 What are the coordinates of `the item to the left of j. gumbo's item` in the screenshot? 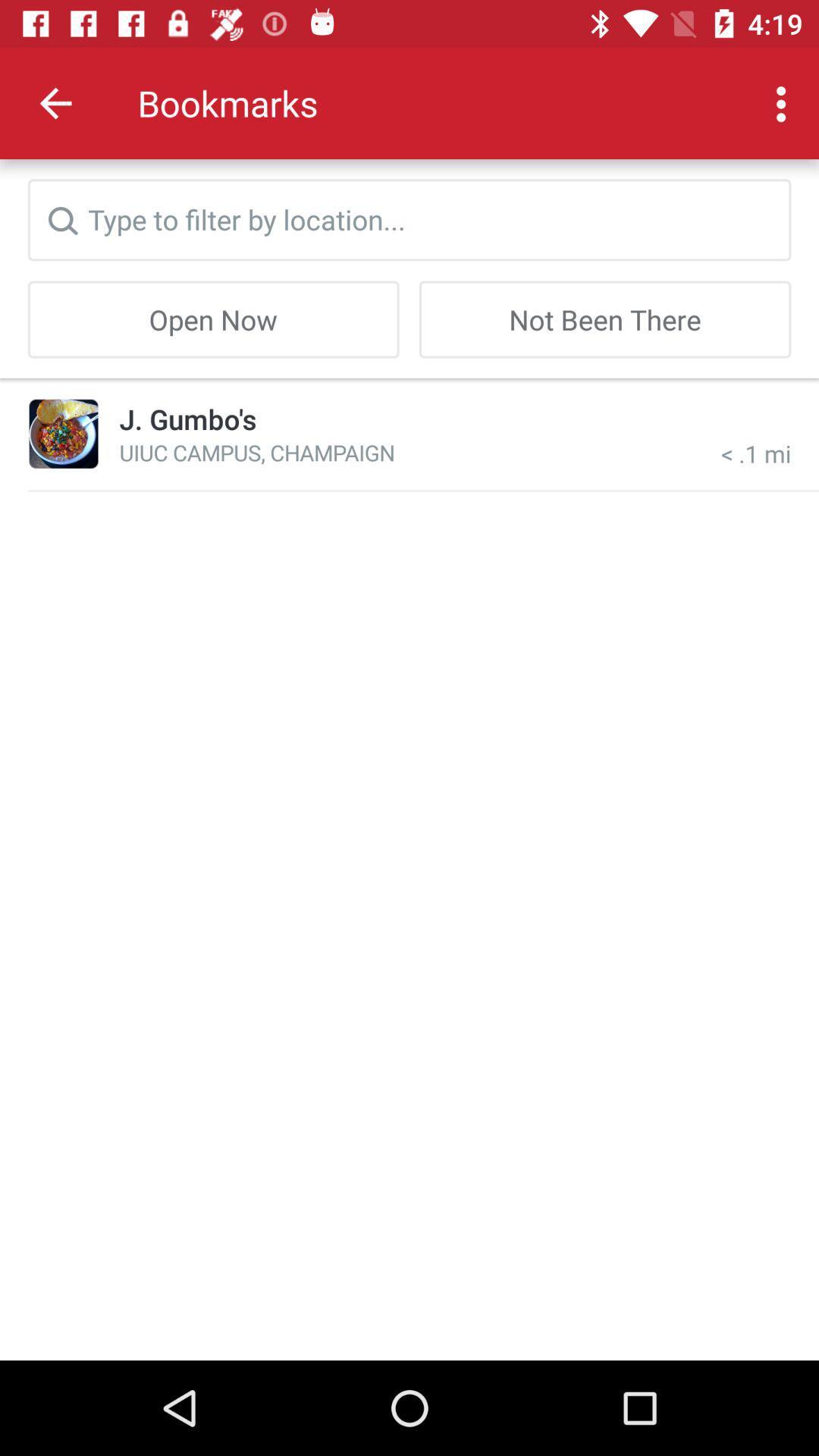 It's located at (63, 433).